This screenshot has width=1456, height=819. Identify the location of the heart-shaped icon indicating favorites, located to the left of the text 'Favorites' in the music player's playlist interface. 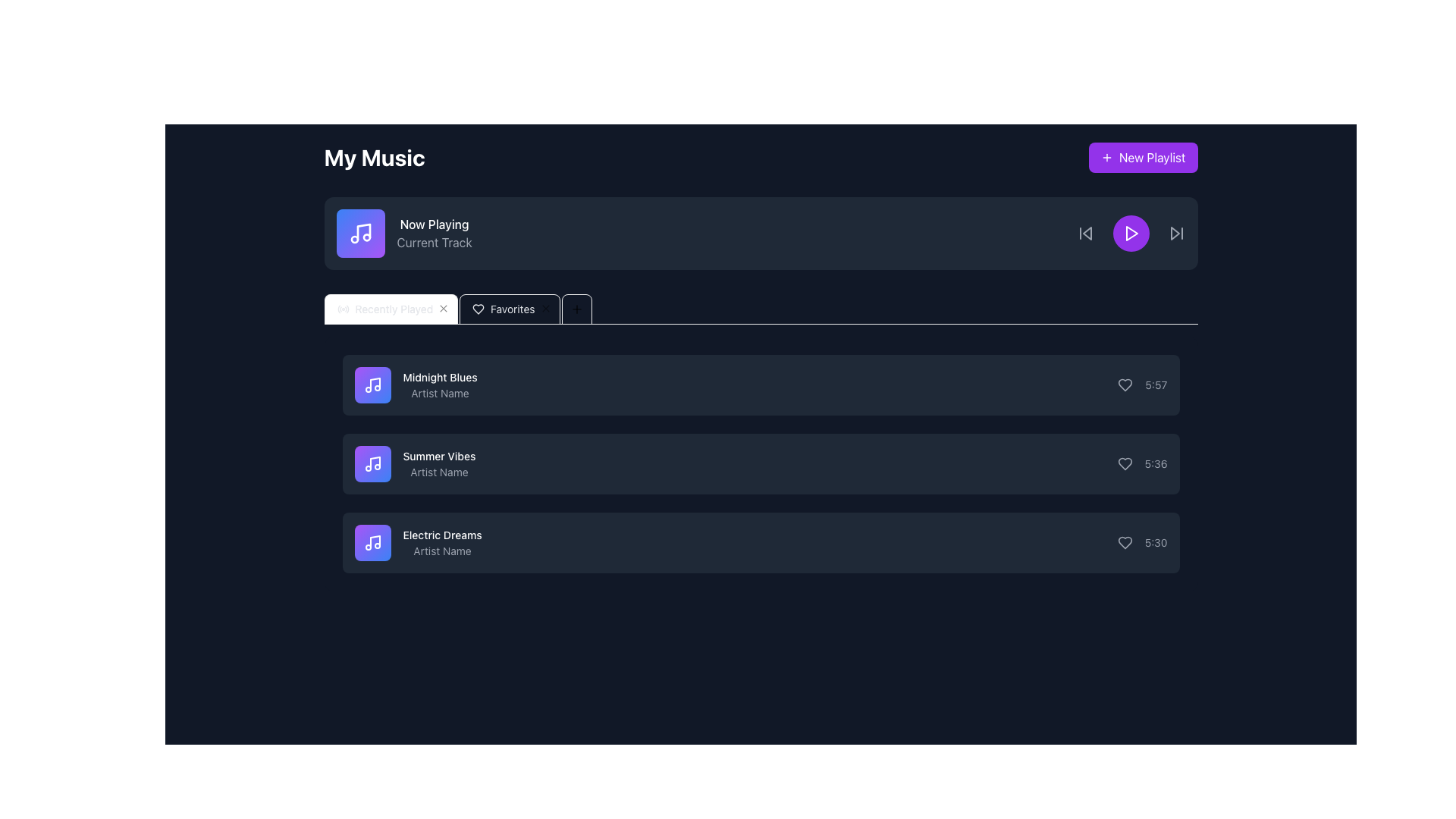
(478, 309).